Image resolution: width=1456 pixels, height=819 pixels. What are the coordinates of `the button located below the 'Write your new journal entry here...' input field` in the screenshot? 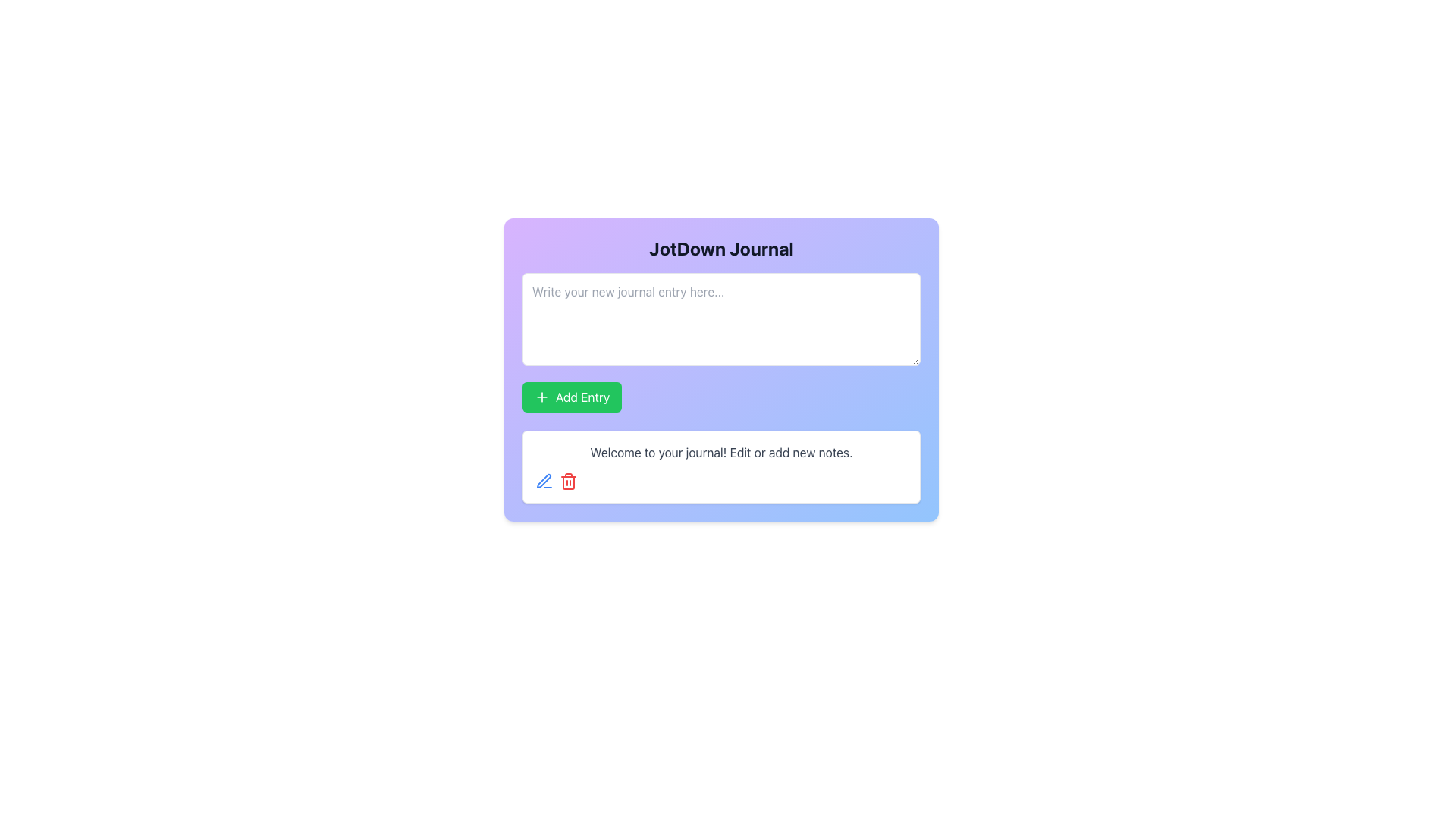 It's located at (570, 397).